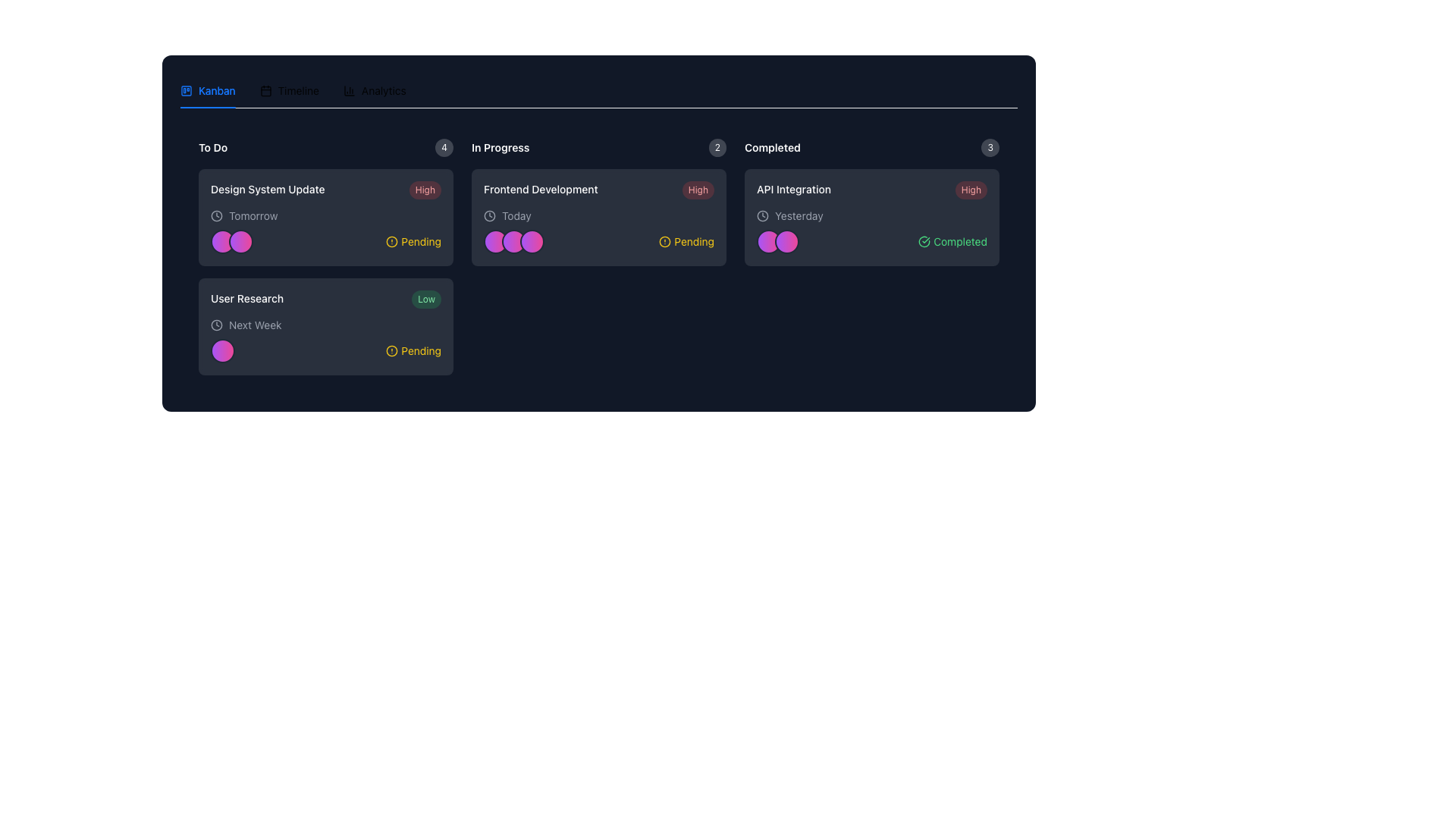 The width and height of the screenshot is (1456, 819). Describe the element at coordinates (221, 350) in the screenshot. I see `the decorative graphical element, which is a small circular gradient transitioning from purple to pink with a gray border, located in the bottom-left corner of the 'User Research' card within the 'To Do' section` at that location.